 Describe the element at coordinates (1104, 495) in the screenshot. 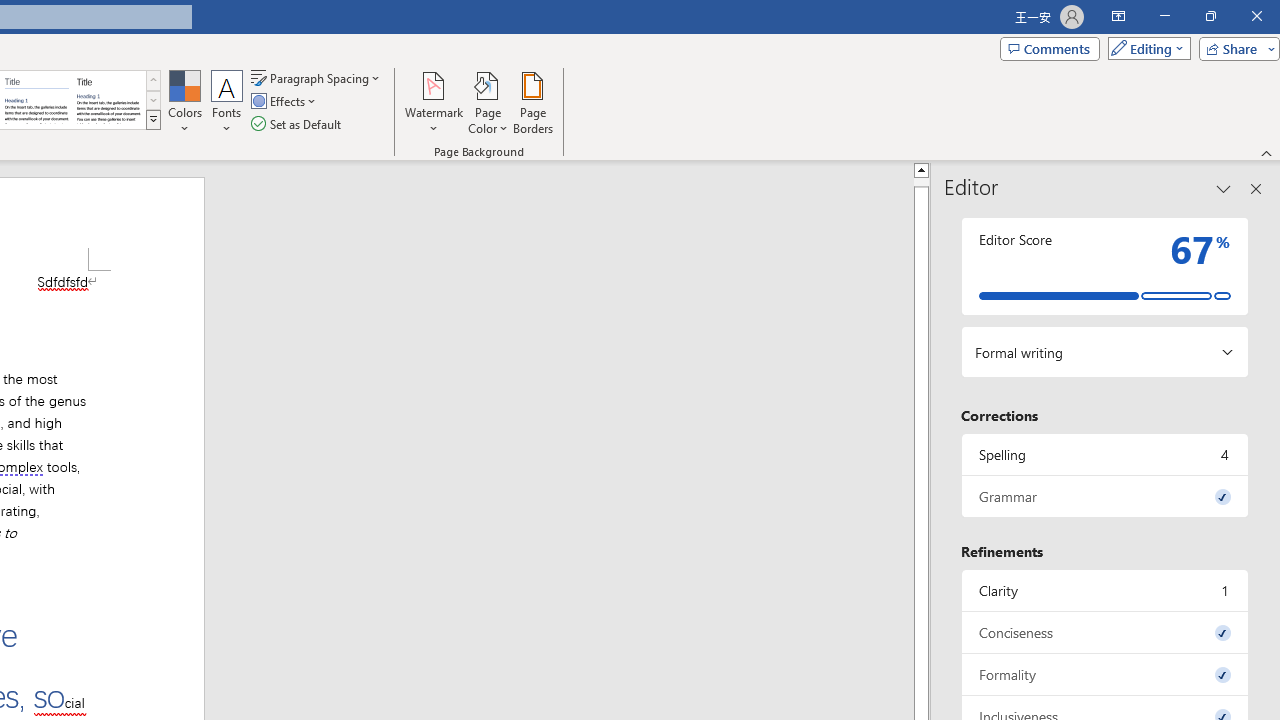

I see `'Grammar, 0 issues. Press space or enter to review items.'` at that location.